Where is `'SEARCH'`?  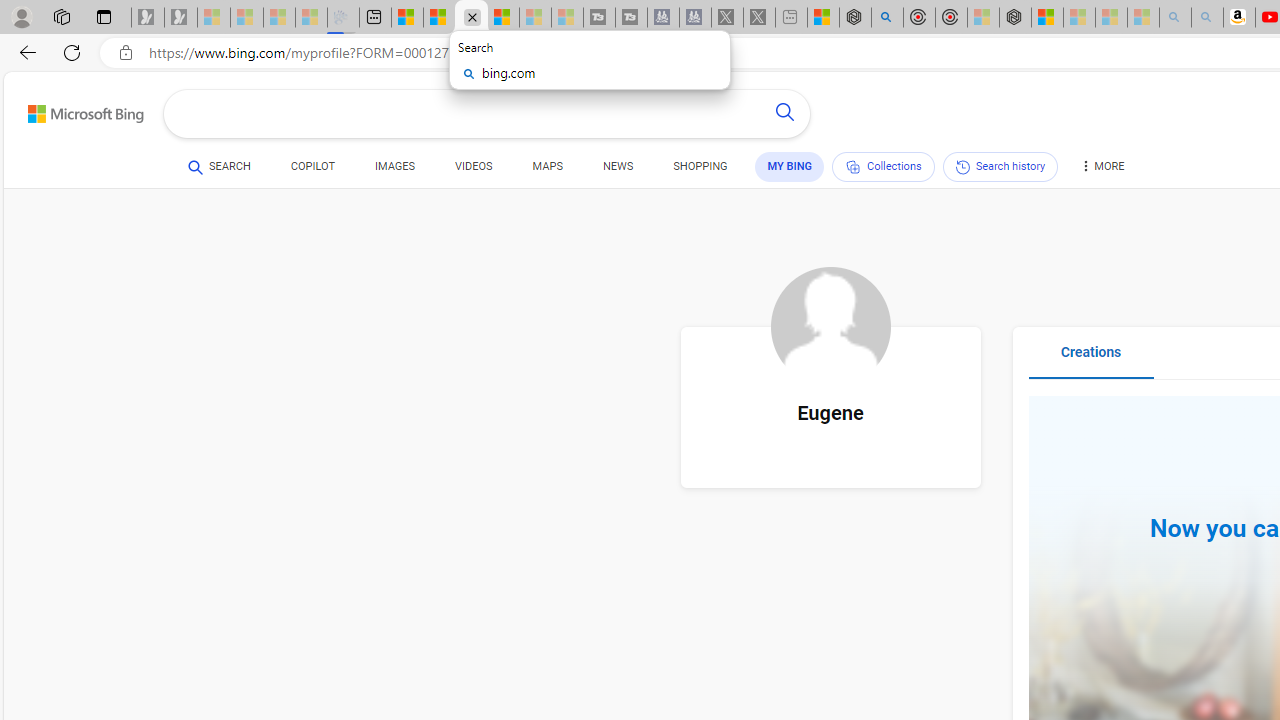
'SEARCH' is located at coordinates (219, 166).